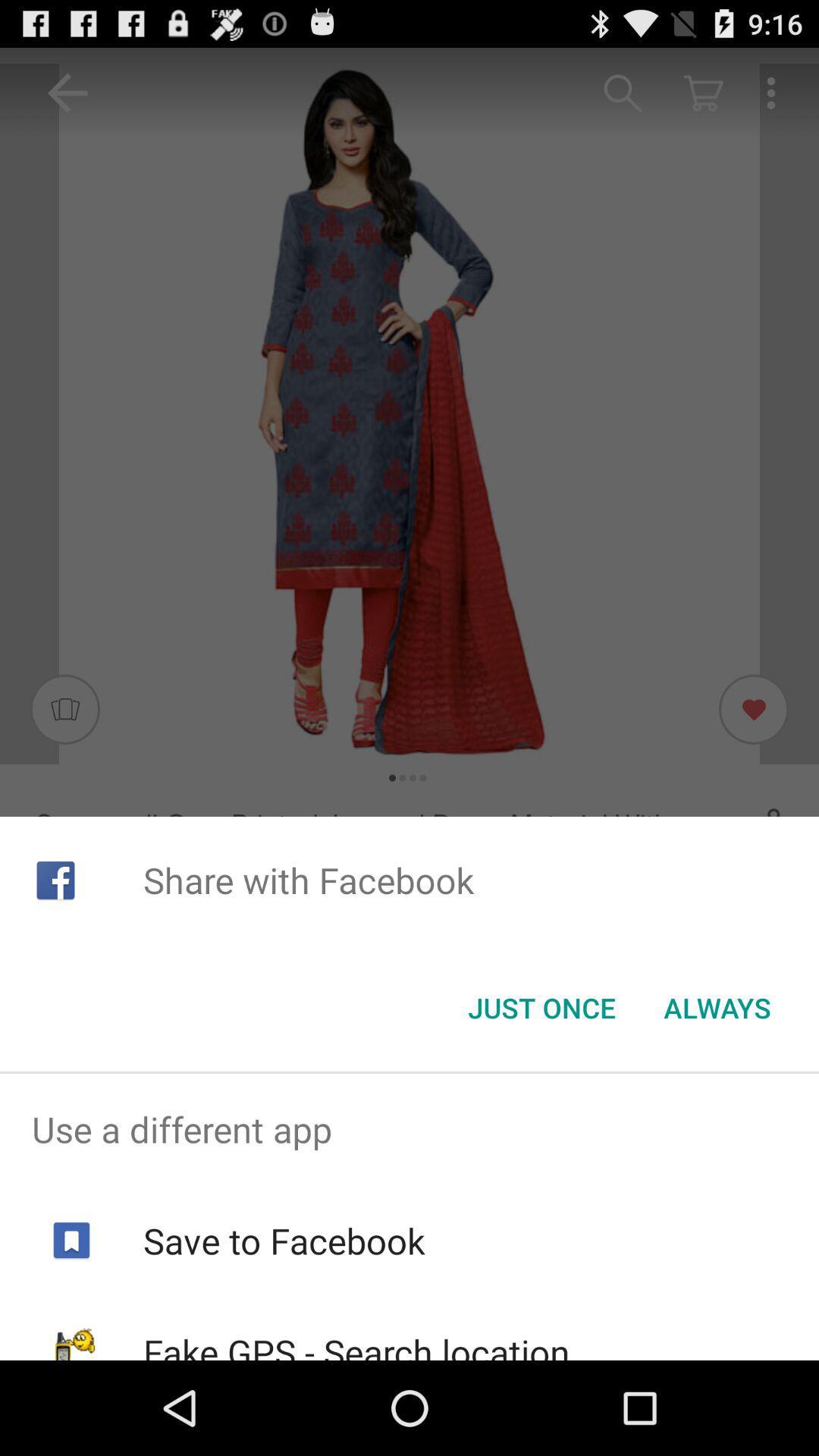  I want to click on the icon below share with facebook item, so click(541, 1008).